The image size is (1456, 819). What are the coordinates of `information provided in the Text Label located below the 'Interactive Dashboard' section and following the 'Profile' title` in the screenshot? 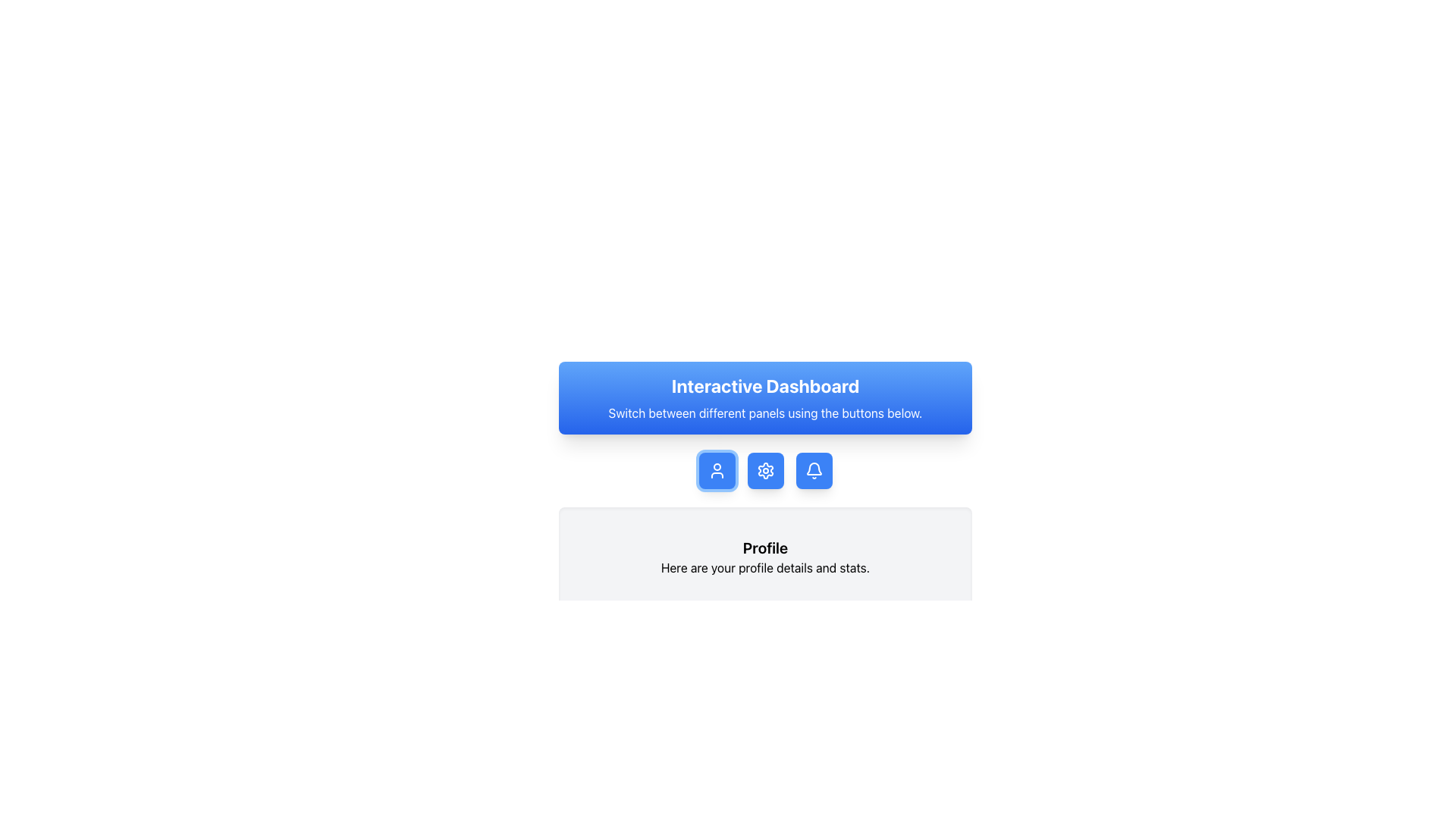 It's located at (765, 567).